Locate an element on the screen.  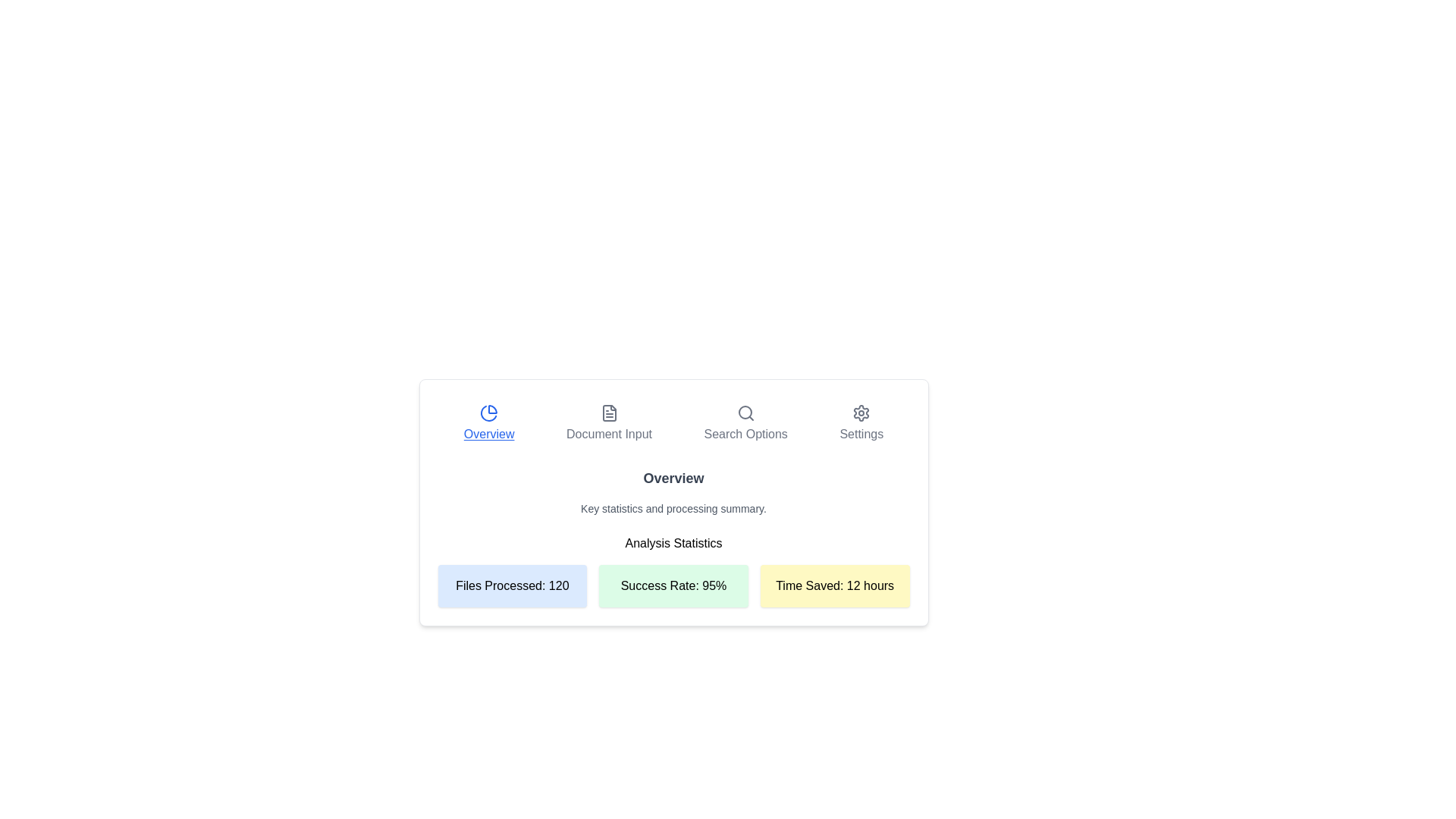
the 'Search Options' text label of the interactive button located is located at coordinates (745, 435).